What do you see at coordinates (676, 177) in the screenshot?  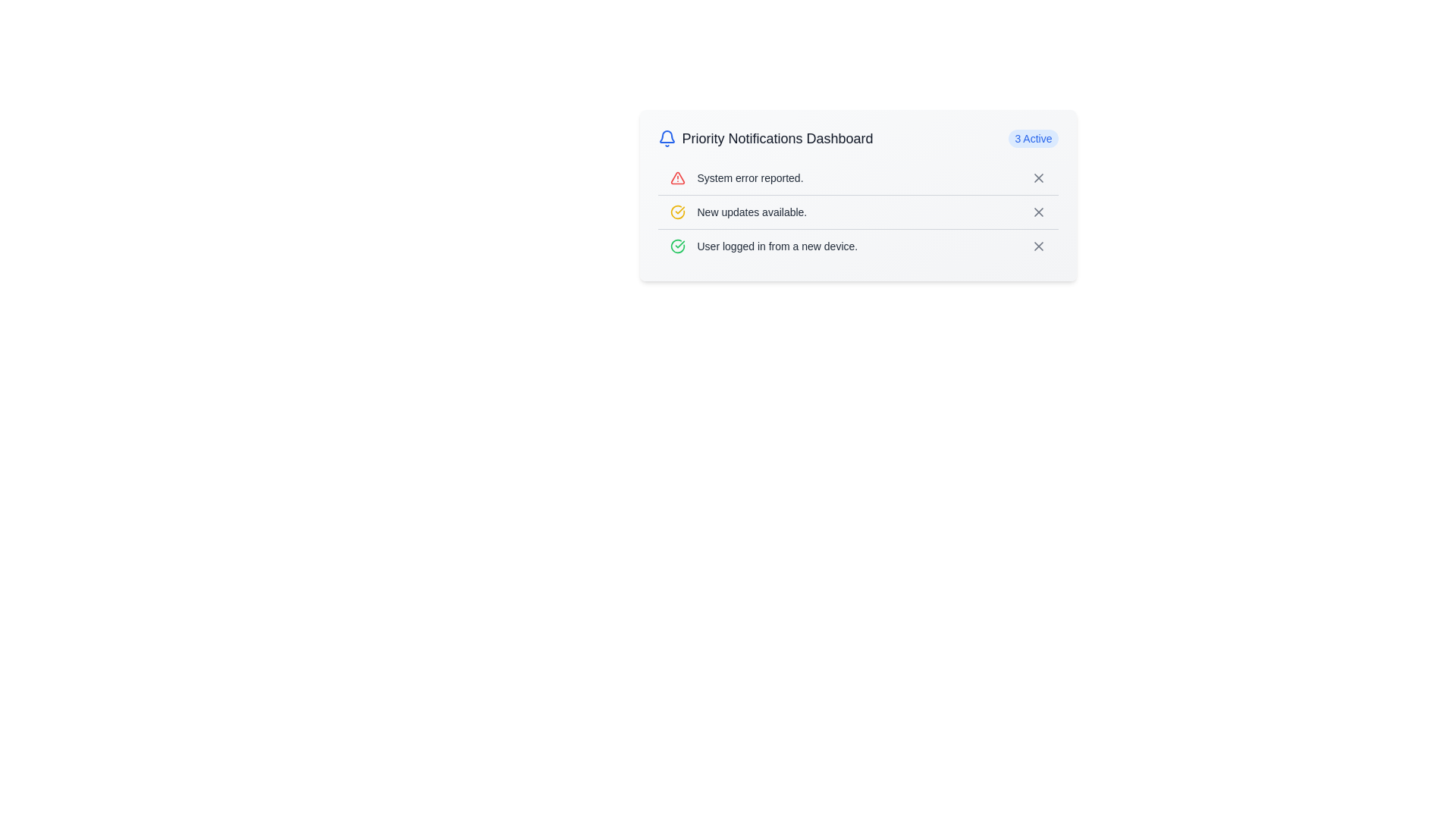 I see `the warning or error notification icon located in the leftmost part of the row labeled 'System error reported.'` at bounding box center [676, 177].